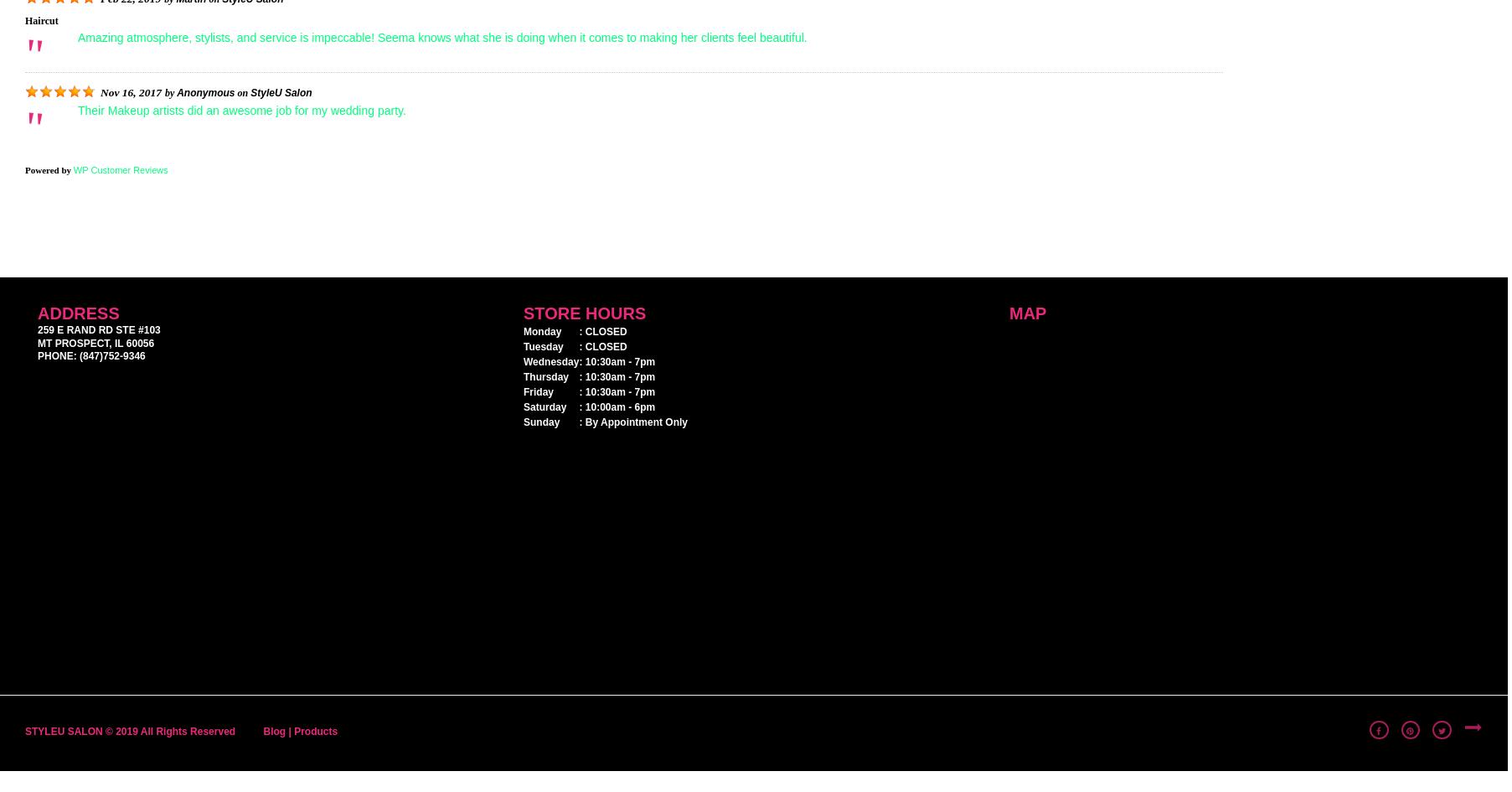  Describe the element at coordinates (163, 91) in the screenshot. I see `'by'` at that location.